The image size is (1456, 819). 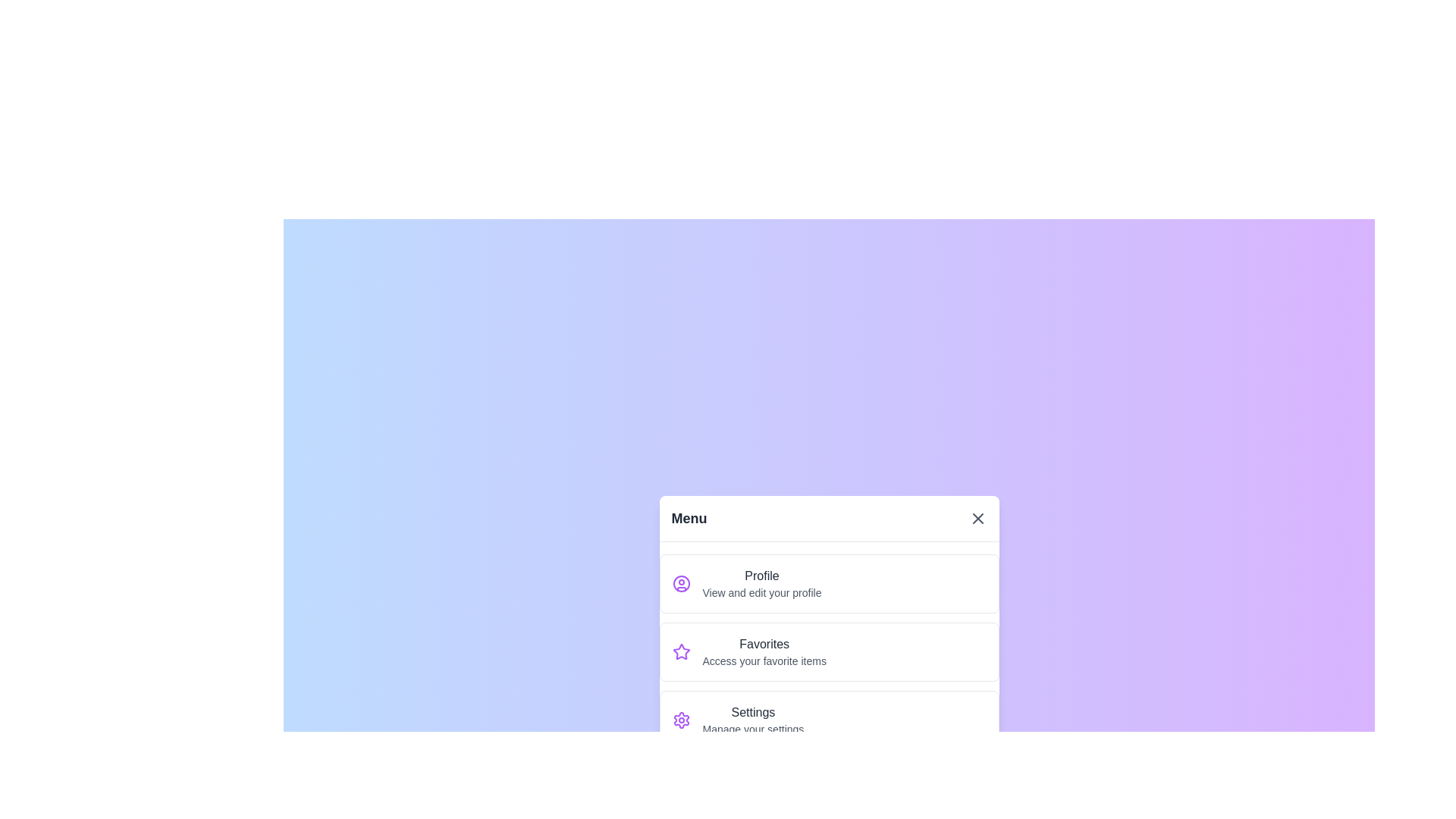 I want to click on toggle button to change the menu visibility, so click(x=977, y=517).